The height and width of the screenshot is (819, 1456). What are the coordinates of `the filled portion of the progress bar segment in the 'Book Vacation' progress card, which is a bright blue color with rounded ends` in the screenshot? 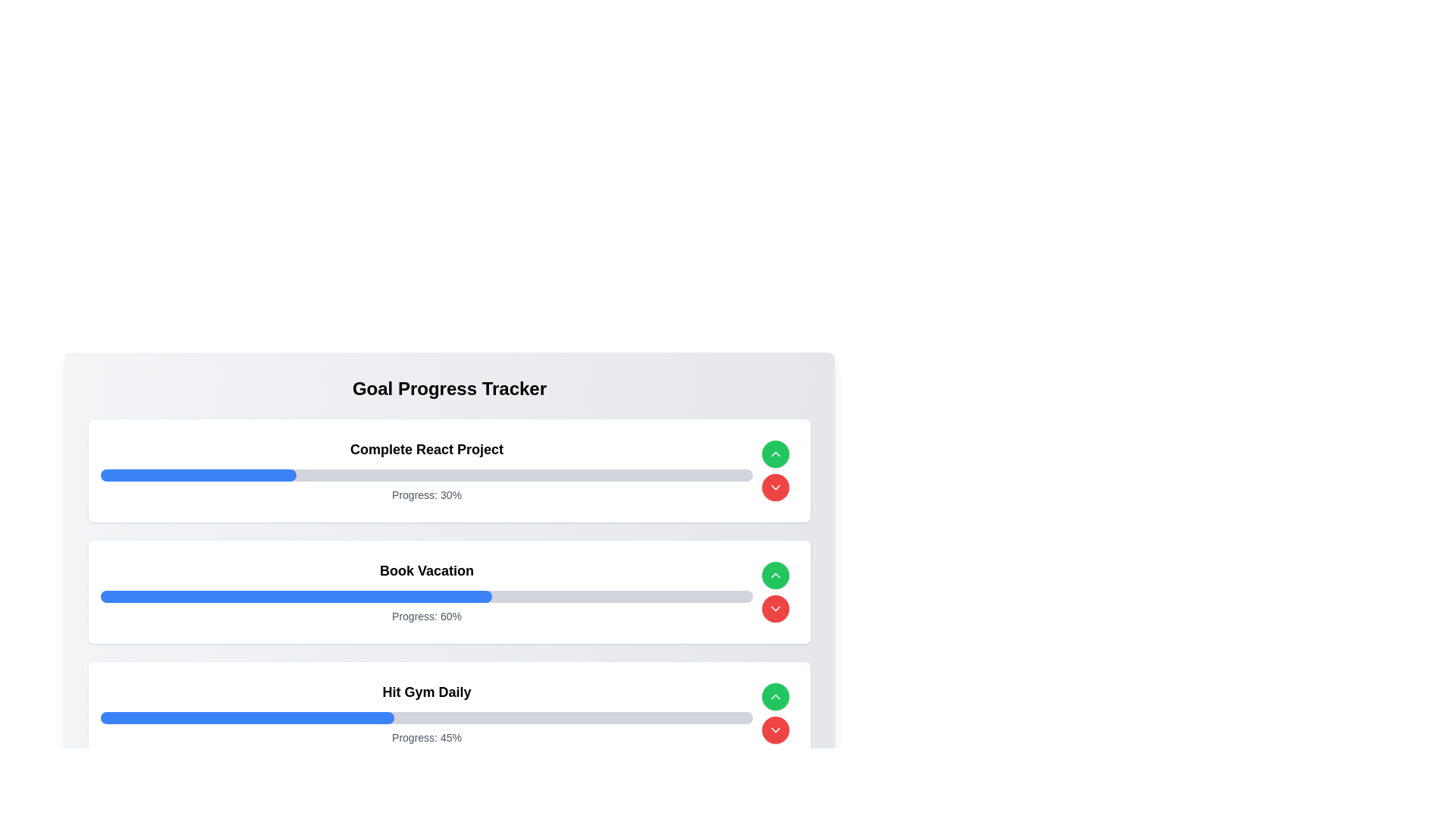 It's located at (296, 595).